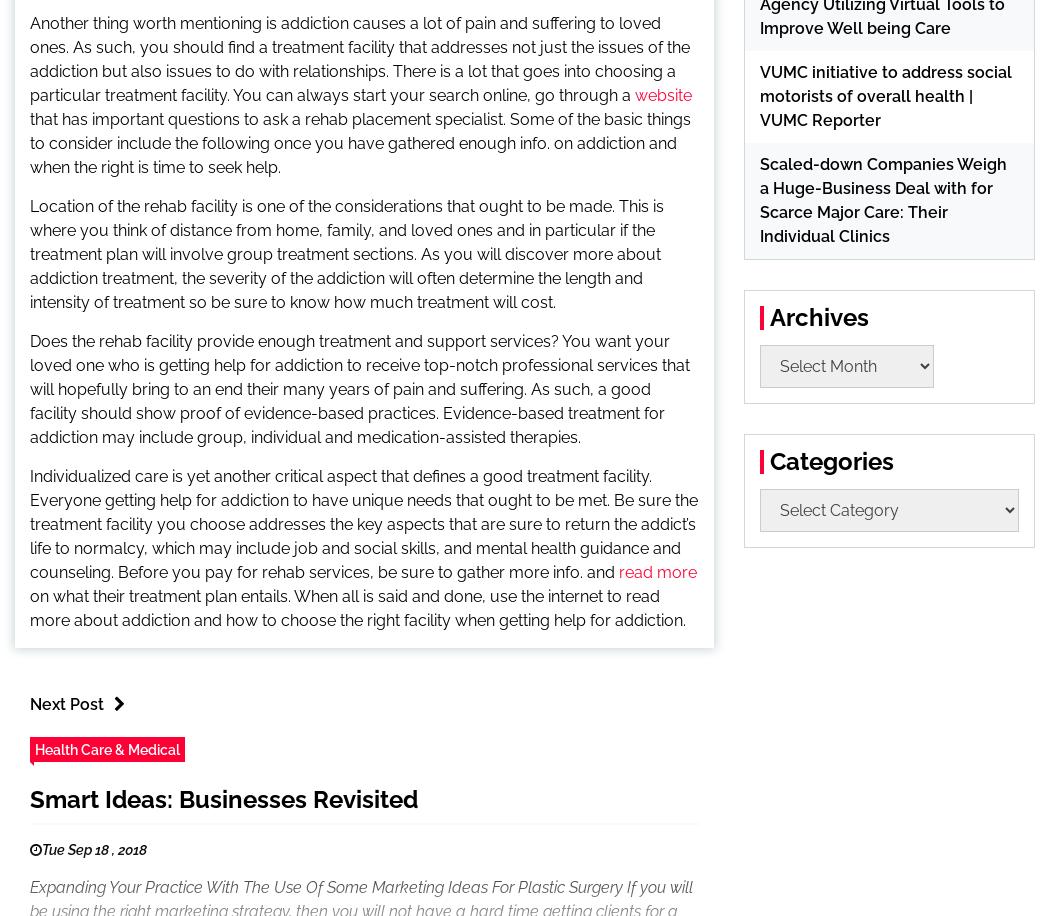 The height and width of the screenshot is (916, 1050). I want to click on 'Next Post', so click(65, 704).